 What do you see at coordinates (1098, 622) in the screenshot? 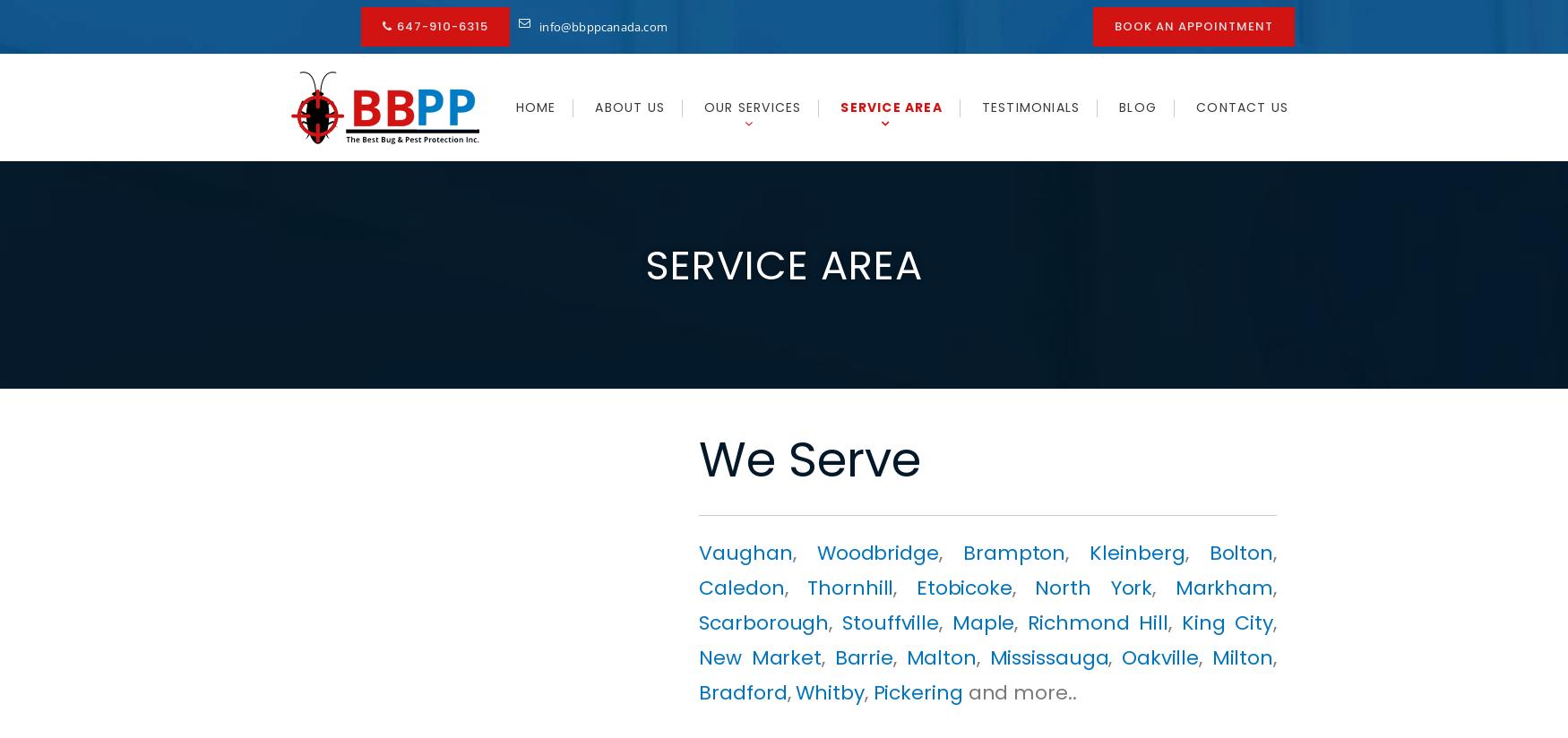
I see `'Richmond Hill'` at bounding box center [1098, 622].